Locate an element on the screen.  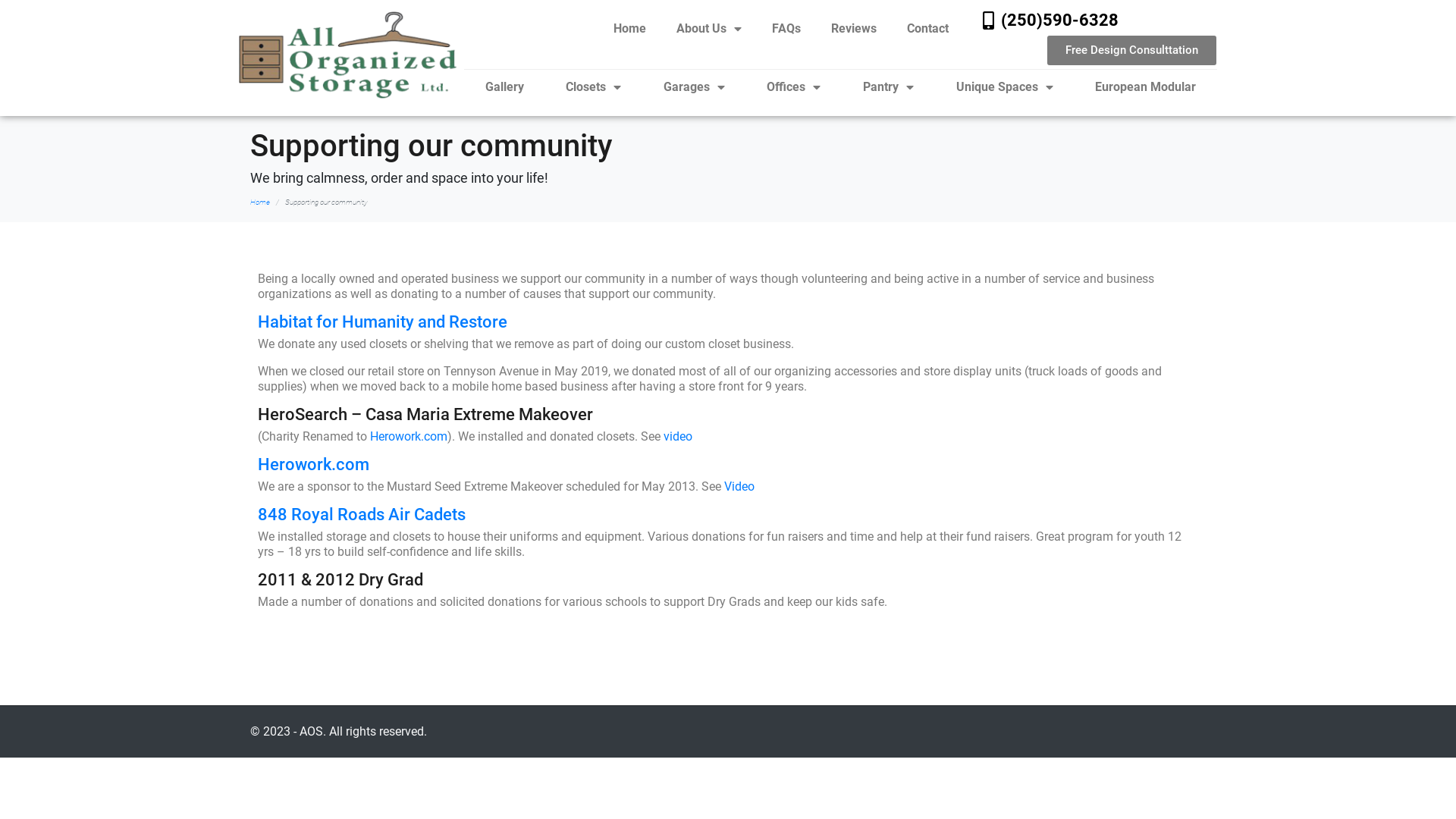
'848 Royal Roads Air Cadets' is located at coordinates (360, 513).